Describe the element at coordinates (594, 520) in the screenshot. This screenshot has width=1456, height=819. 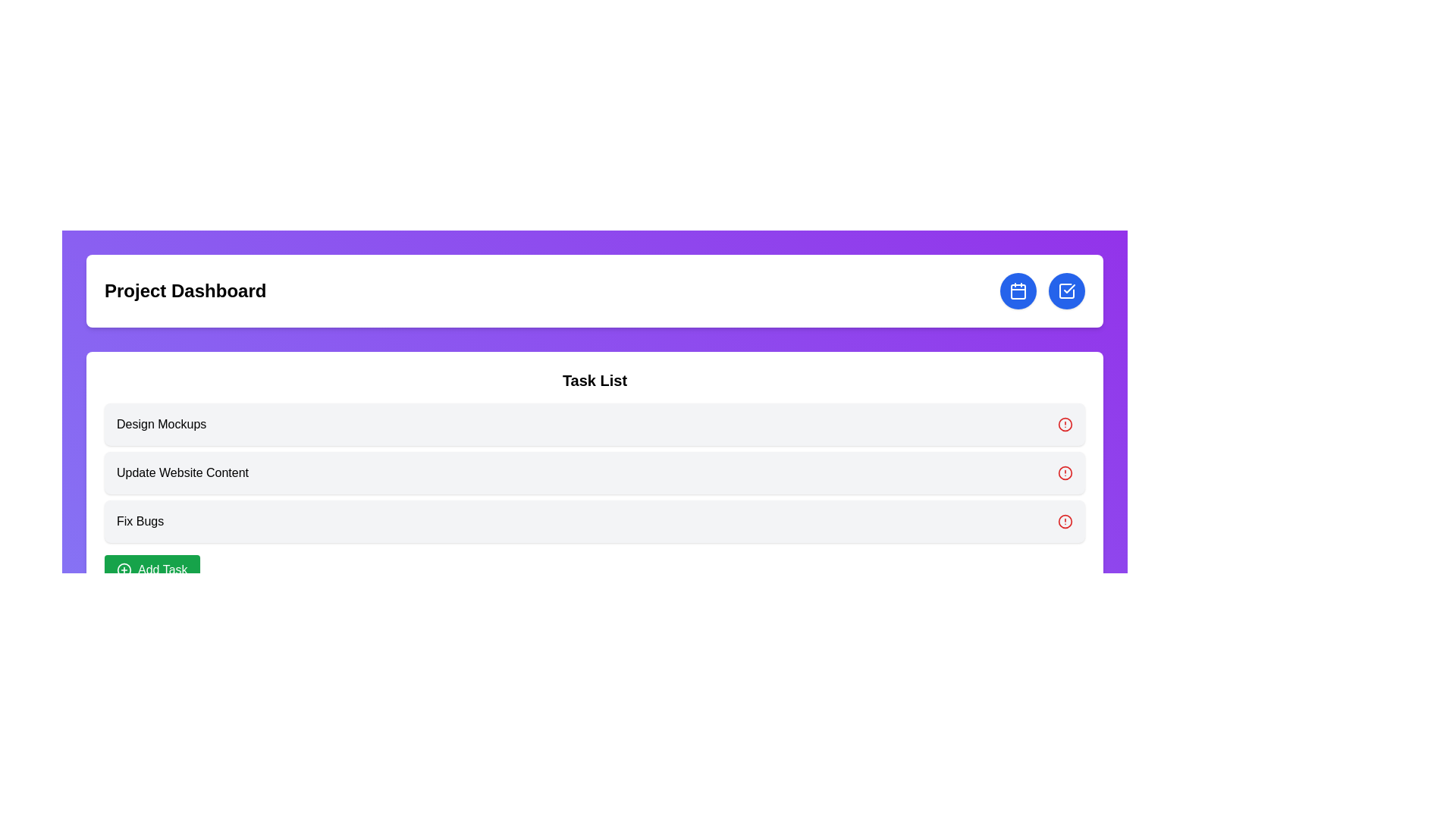
I see `the 'Fix Bugs' task list item located in the 'Task List' section, which is the third item in the list` at that location.